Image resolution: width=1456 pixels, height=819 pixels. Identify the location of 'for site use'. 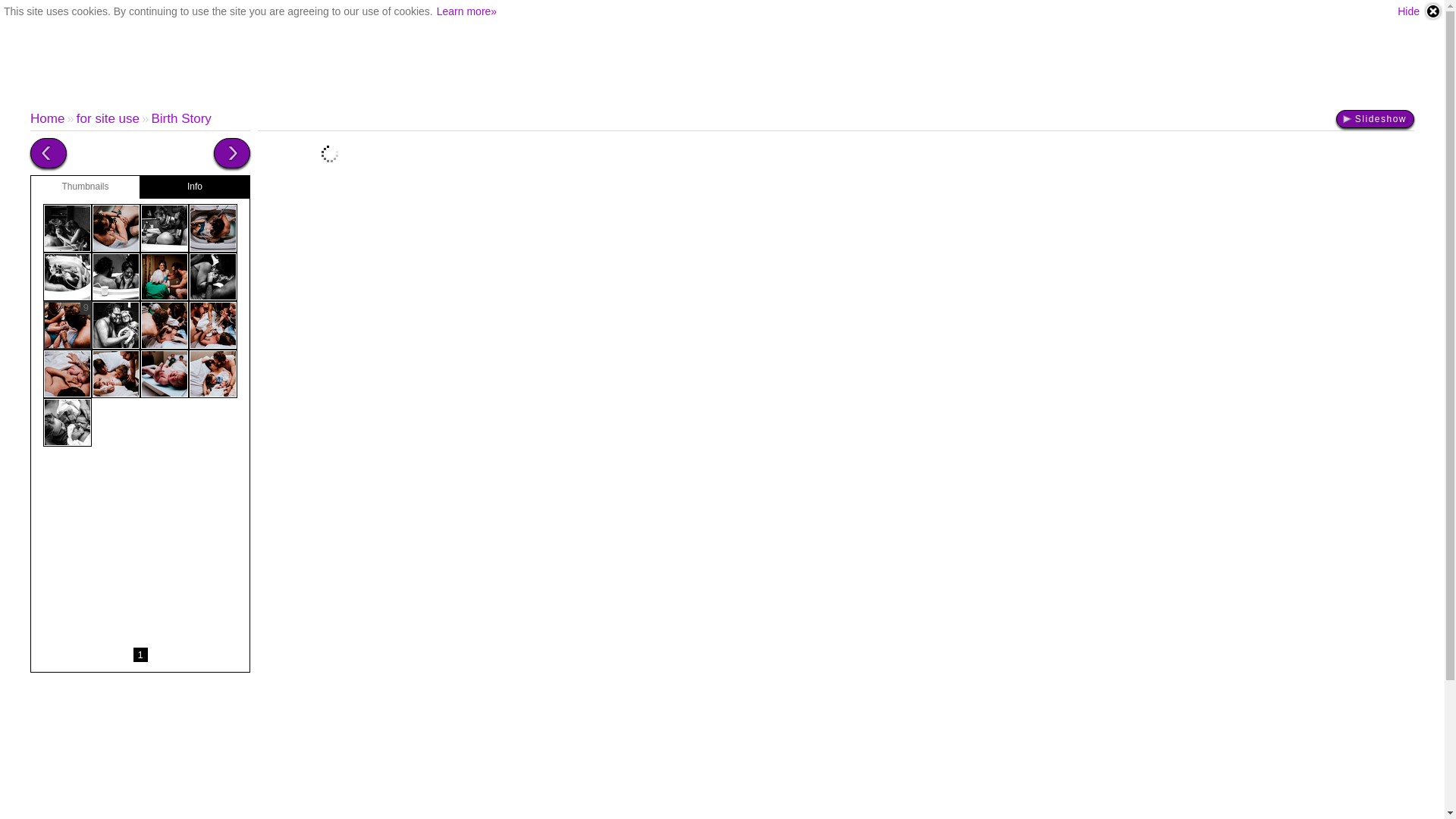
(75, 118).